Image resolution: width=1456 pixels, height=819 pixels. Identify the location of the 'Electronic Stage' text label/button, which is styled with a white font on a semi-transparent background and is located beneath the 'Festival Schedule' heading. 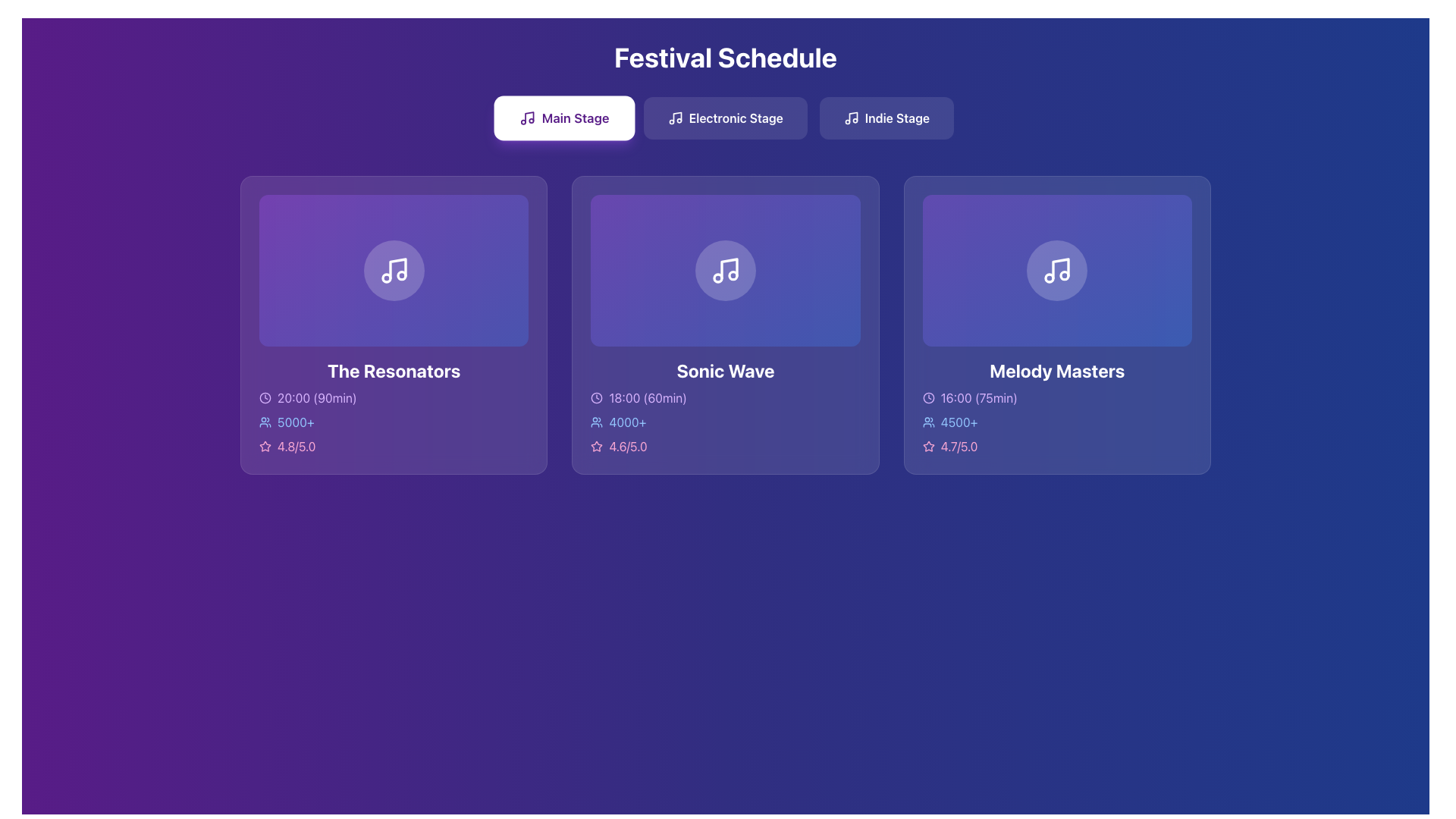
(736, 117).